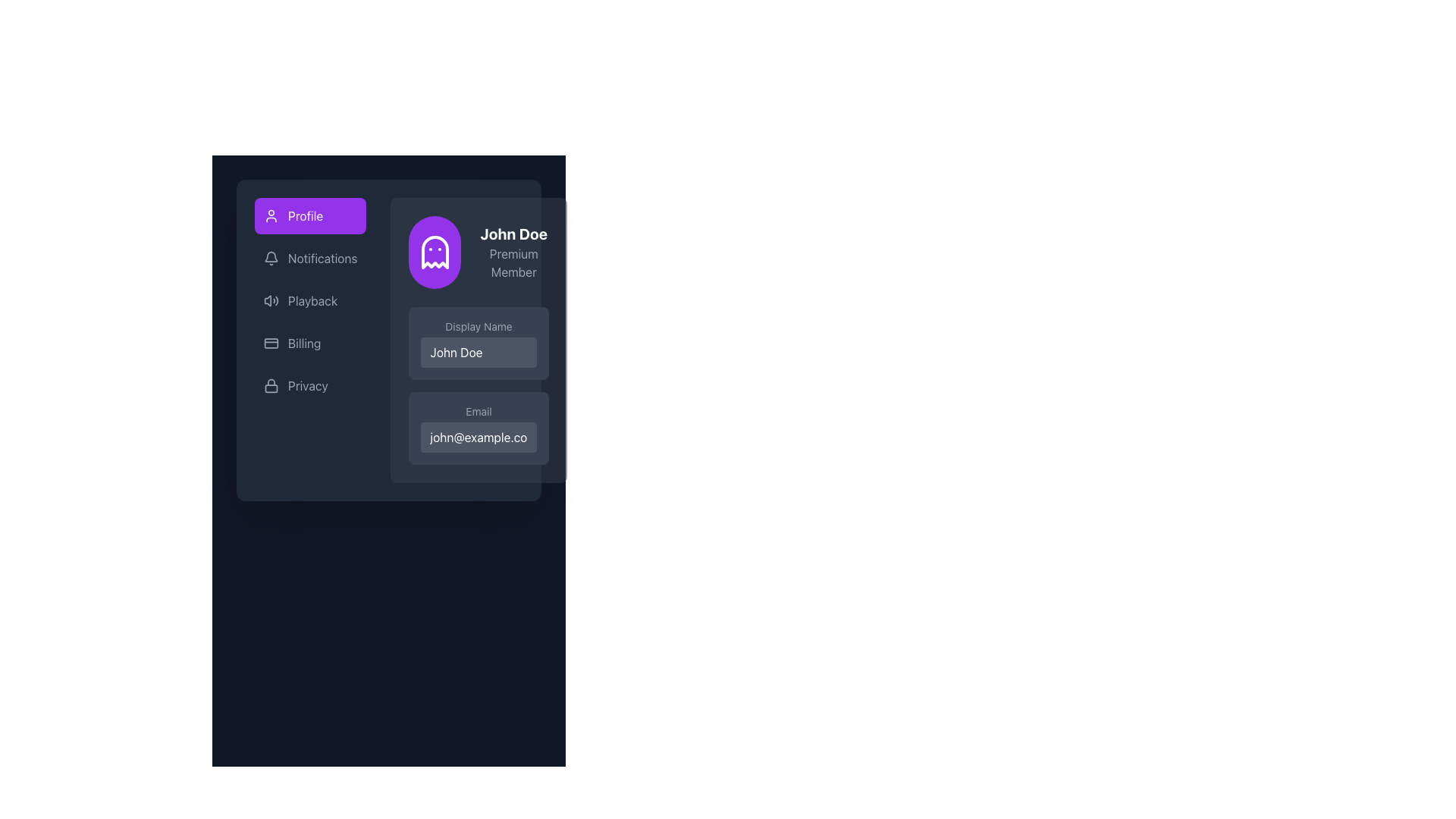  I want to click on the 'Privacy' text label, which is styled in gray on a dark background, so click(307, 385).